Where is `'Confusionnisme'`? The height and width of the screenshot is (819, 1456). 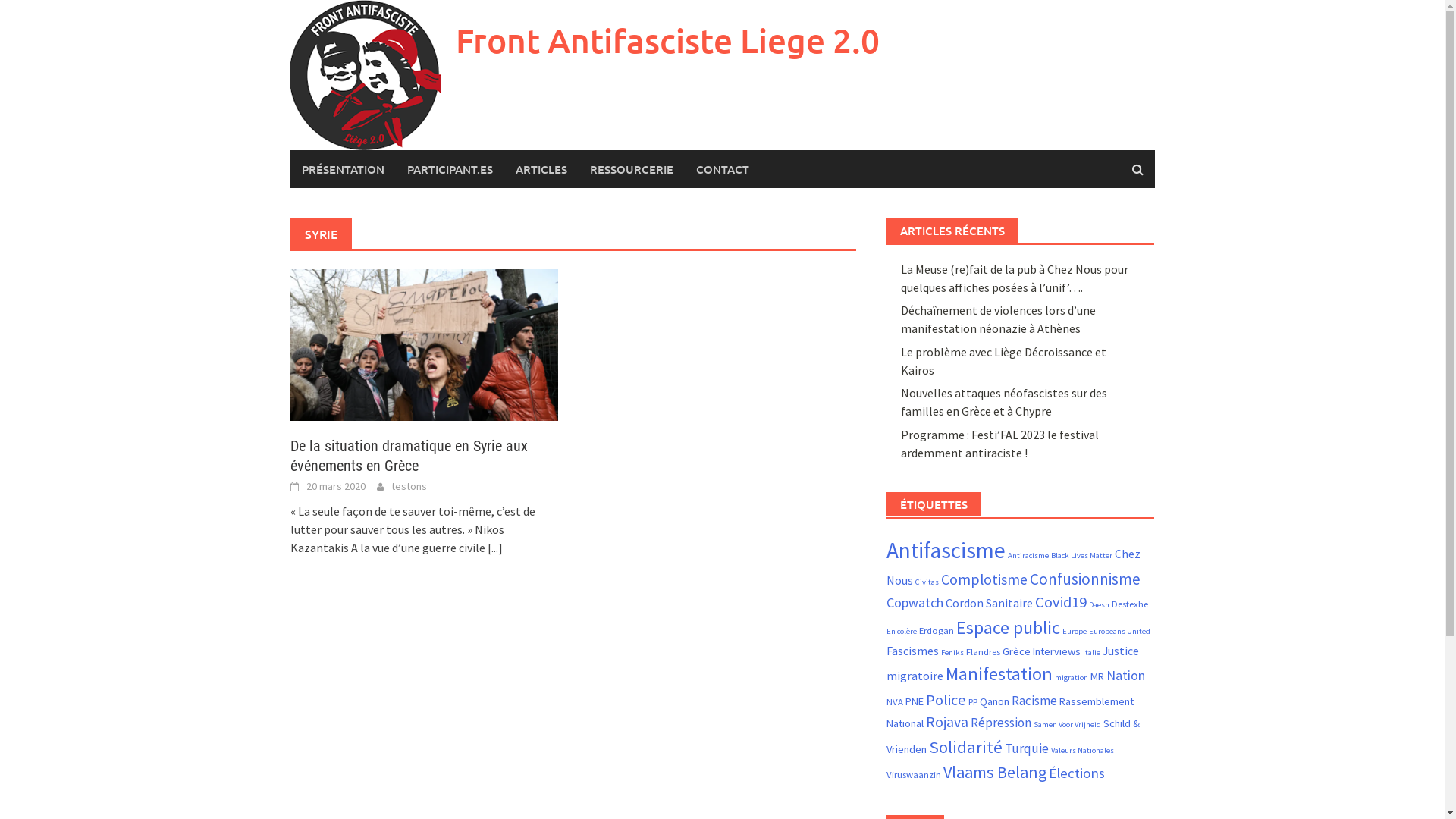
'Confusionnisme' is located at coordinates (1084, 579).